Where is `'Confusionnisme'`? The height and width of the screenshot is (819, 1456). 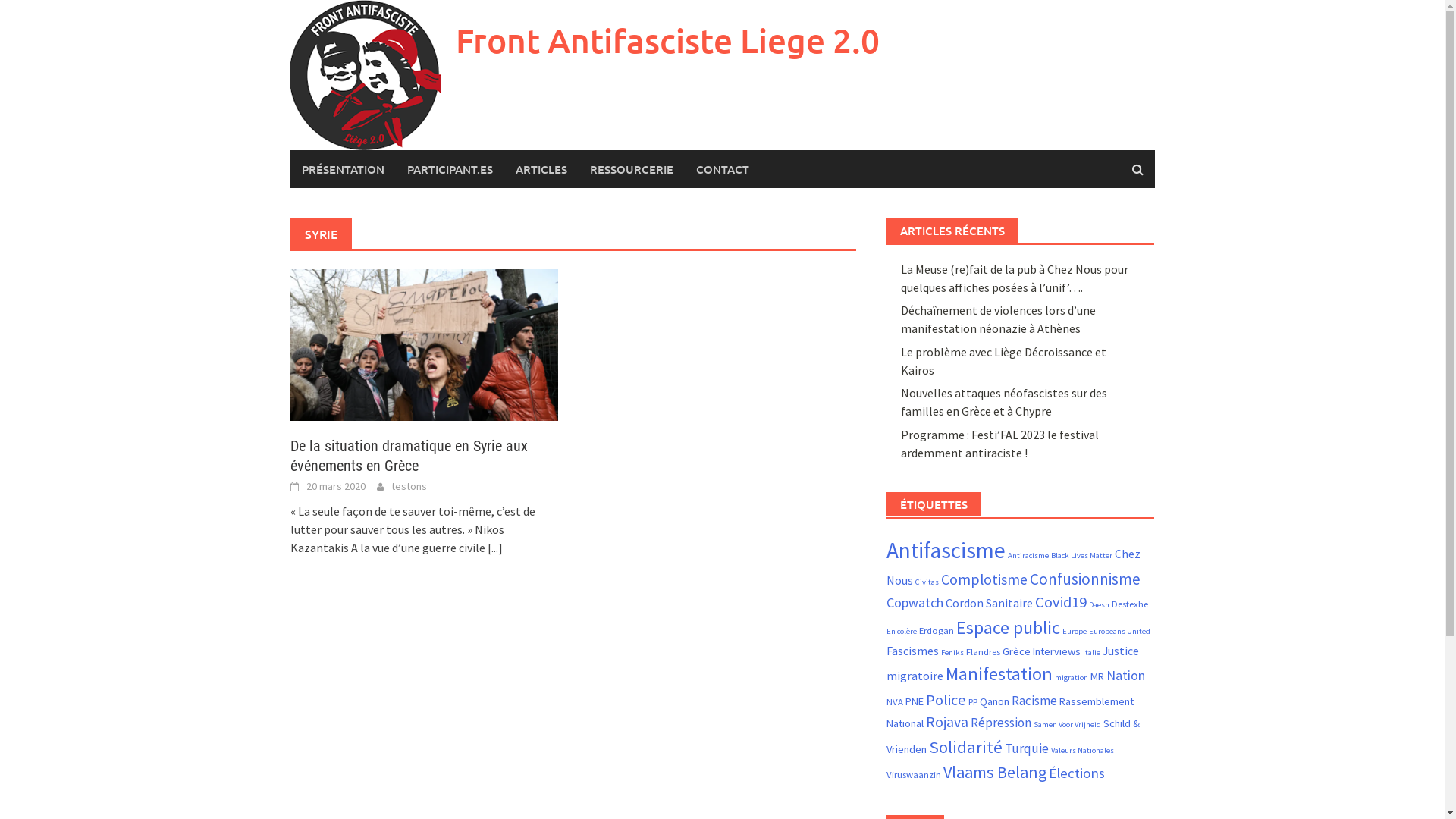
'Confusionnisme' is located at coordinates (1084, 579).